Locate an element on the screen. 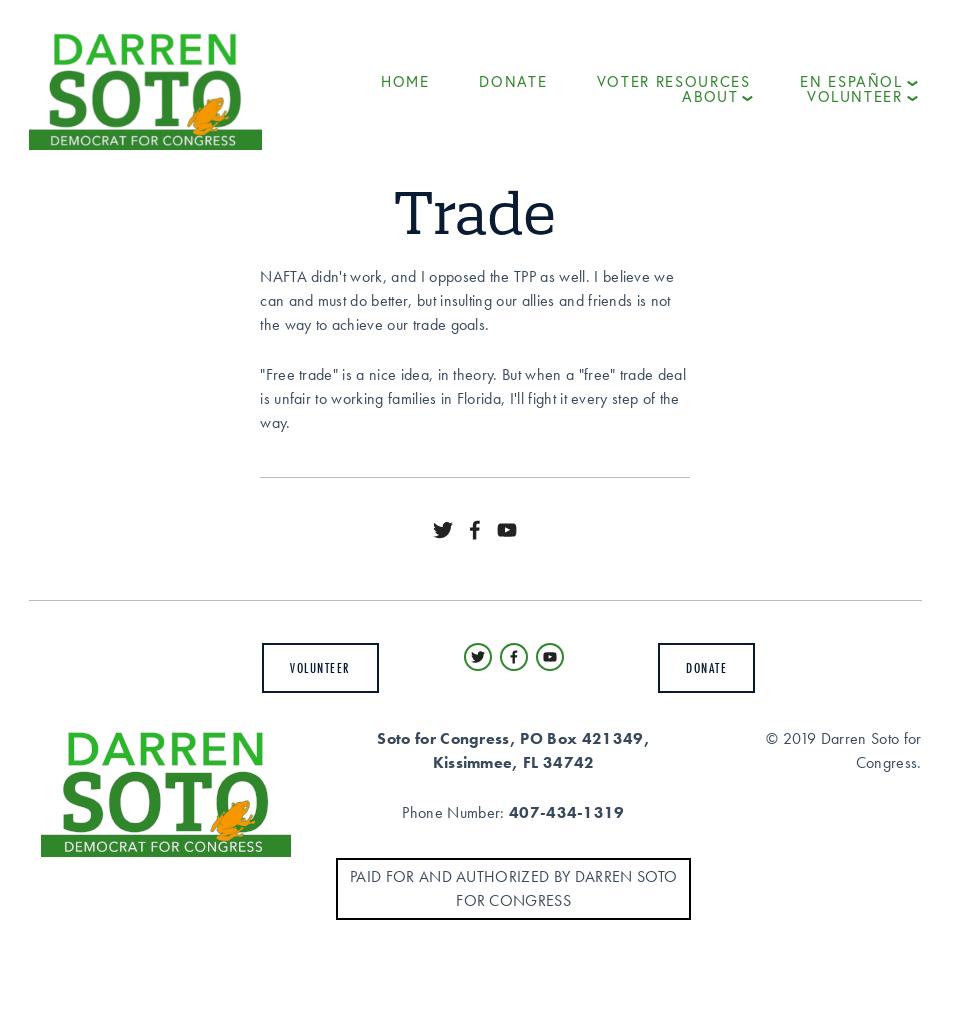 This screenshot has height=1014, width=960. 'Home' is located at coordinates (380, 80).